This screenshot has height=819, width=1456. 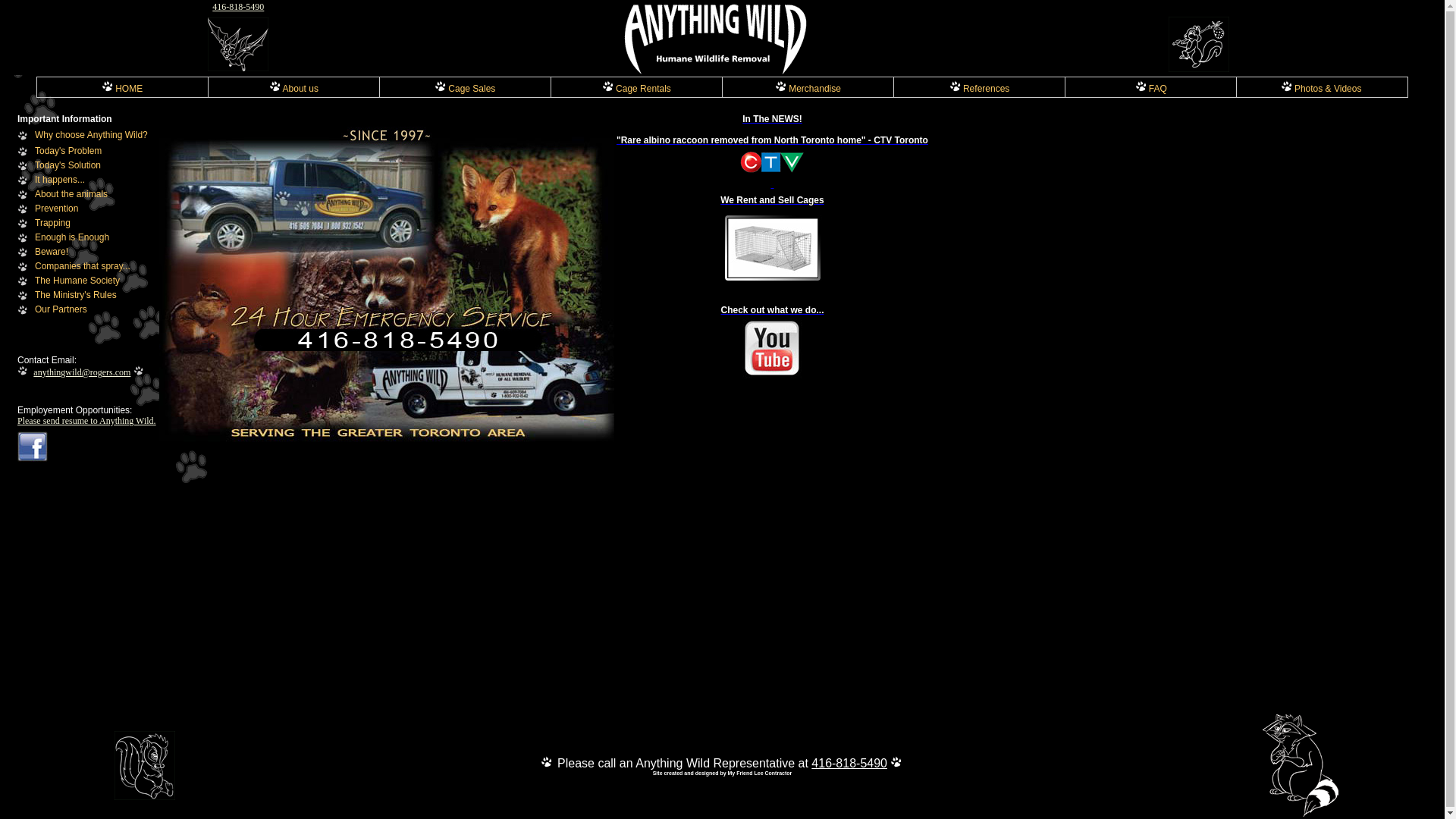 What do you see at coordinates (1150, 88) in the screenshot?
I see `'FAQ'` at bounding box center [1150, 88].